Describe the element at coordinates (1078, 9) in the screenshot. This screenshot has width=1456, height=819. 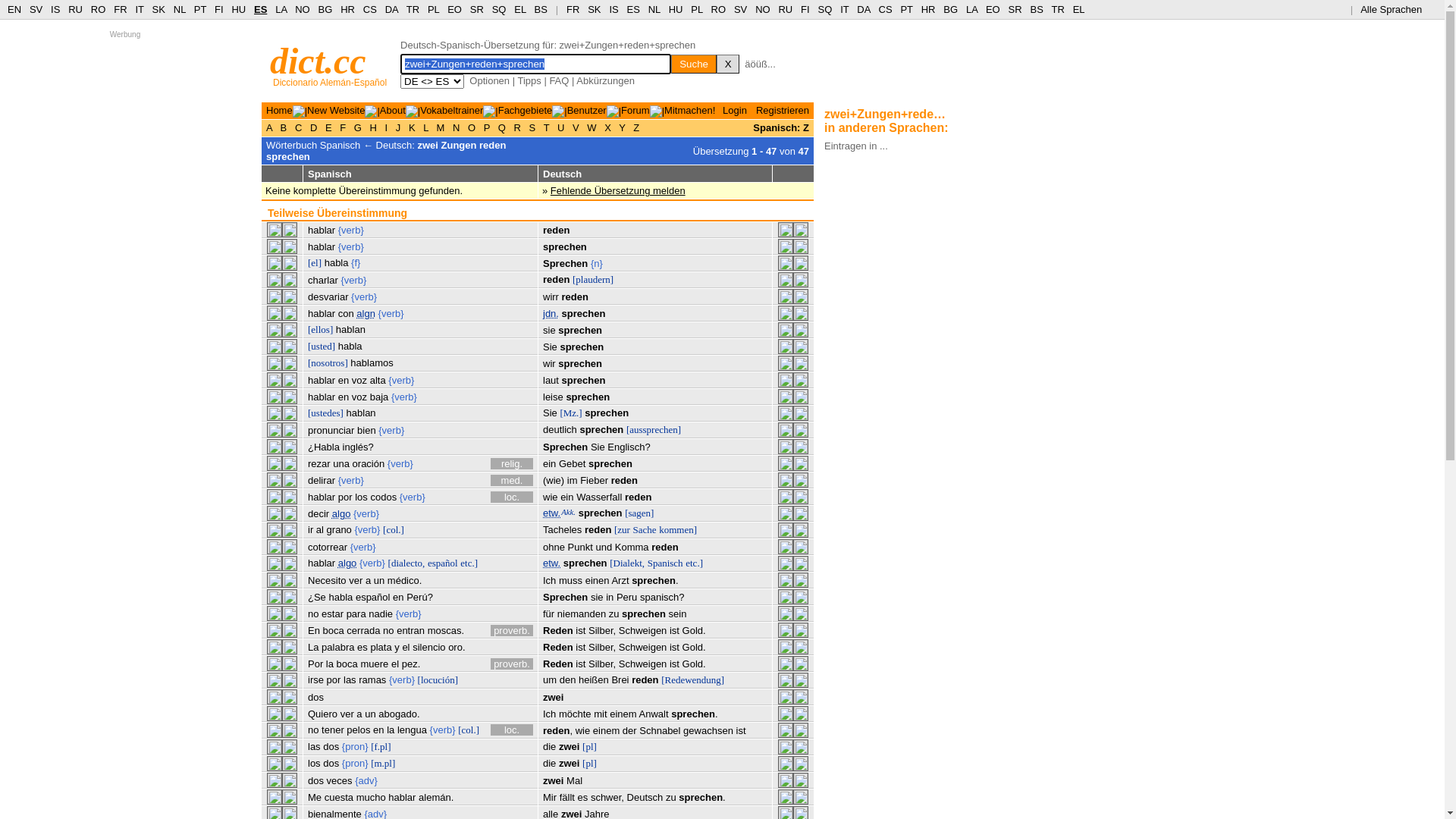
I see `'EL'` at that location.